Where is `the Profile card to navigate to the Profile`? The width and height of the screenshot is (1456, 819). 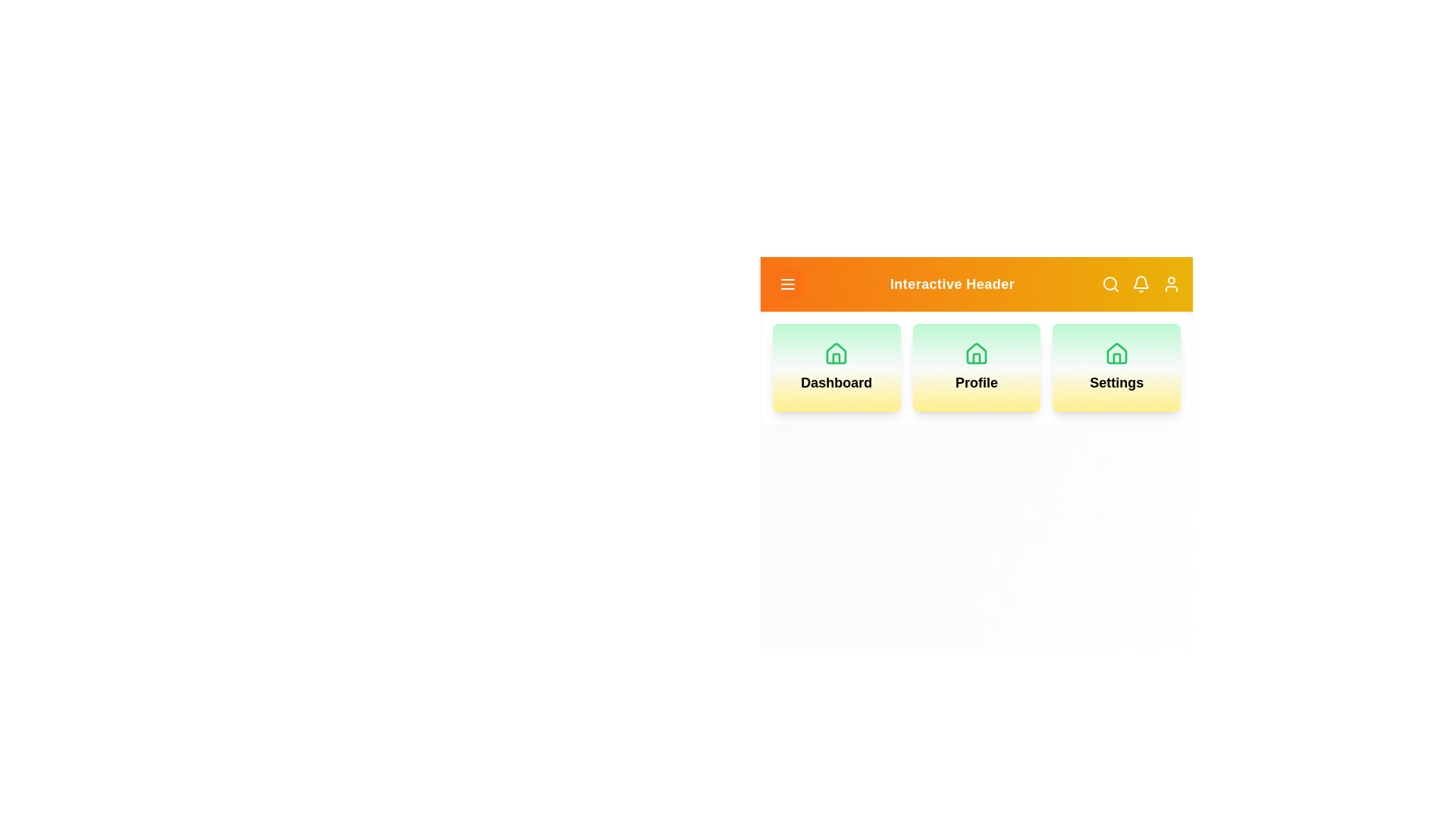
the Profile card to navigate to the Profile is located at coordinates (976, 368).